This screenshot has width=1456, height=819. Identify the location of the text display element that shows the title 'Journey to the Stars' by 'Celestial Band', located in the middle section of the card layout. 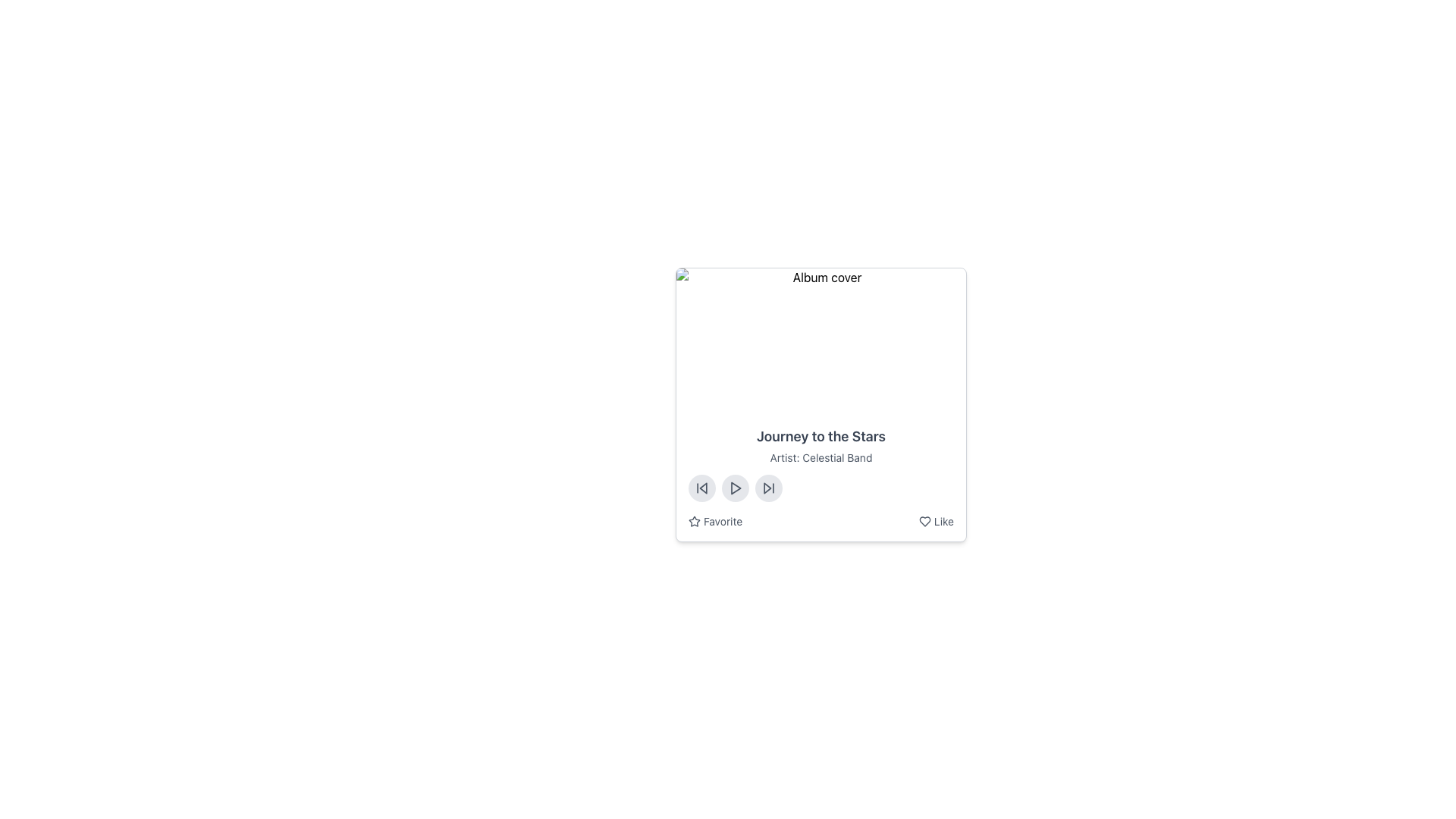
(821, 463).